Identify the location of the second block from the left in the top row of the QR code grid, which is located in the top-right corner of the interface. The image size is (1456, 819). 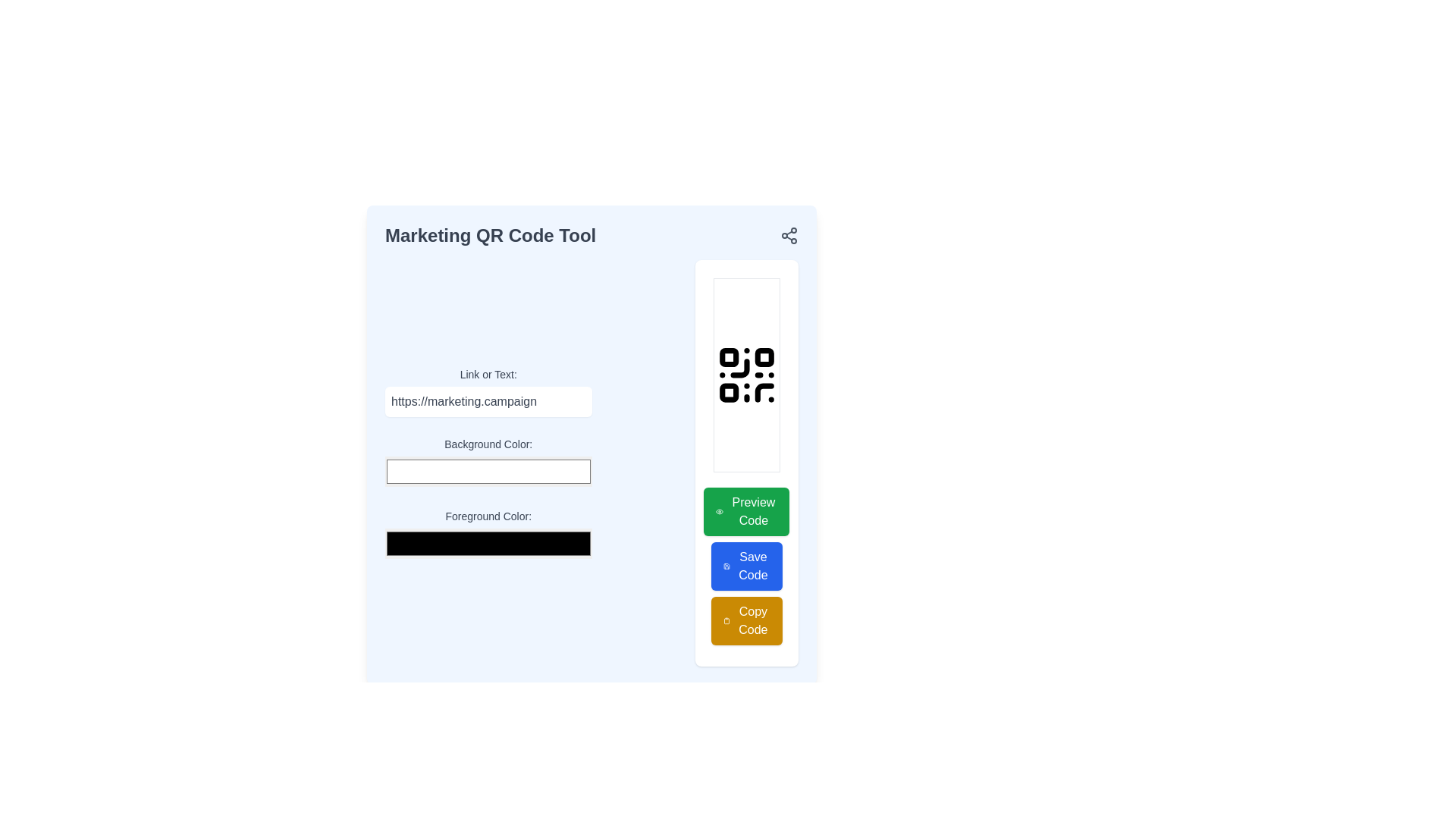
(764, 357).